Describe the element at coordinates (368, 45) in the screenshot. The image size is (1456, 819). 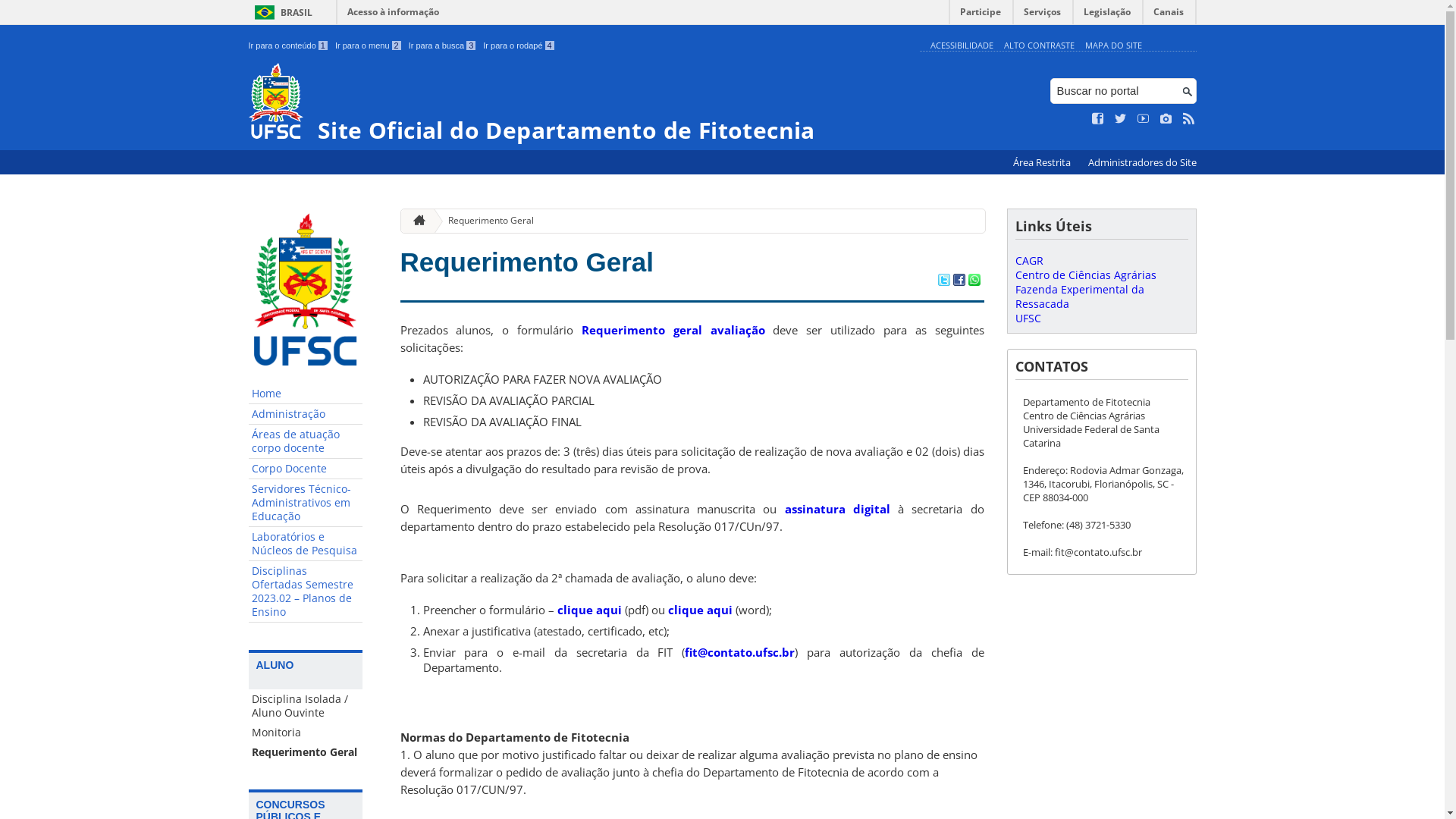
I see `'Ir para o menu 2'` at that location.